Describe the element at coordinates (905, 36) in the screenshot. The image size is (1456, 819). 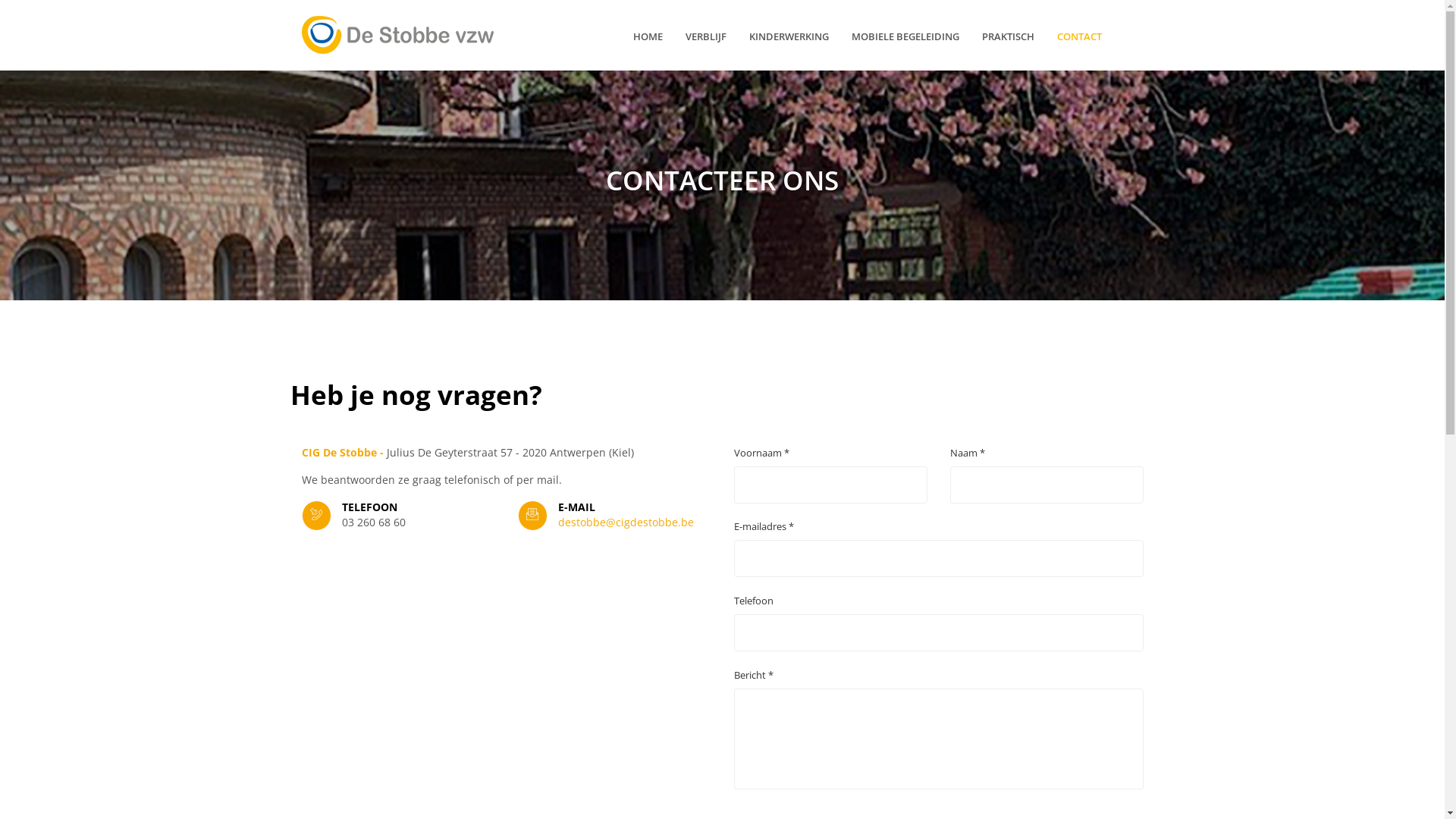
I see `'MOBIELE BEGELEIDING'` at that location.